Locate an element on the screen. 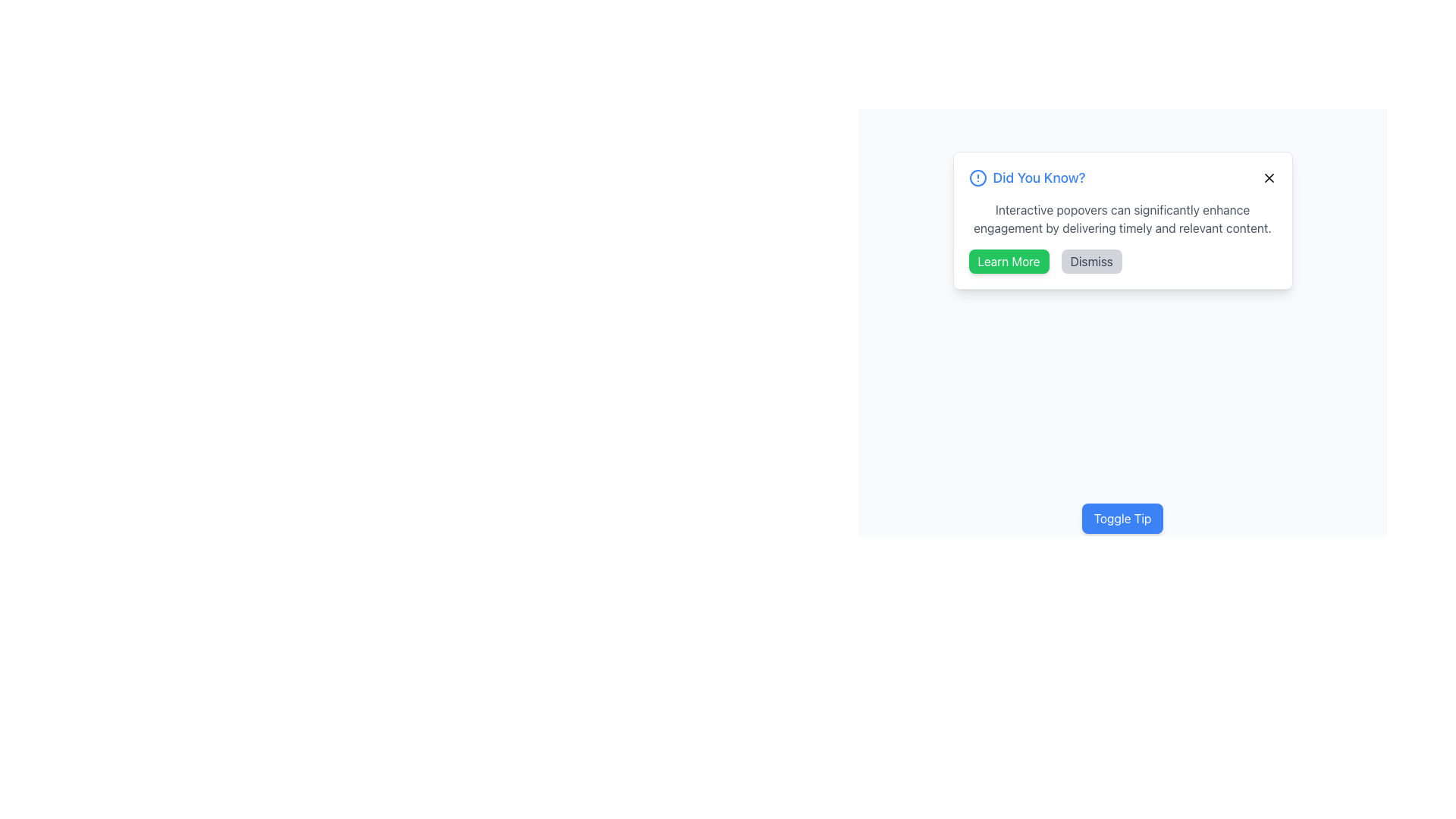 This screenshot has height=819, width=1456. the Text Display element that contains the message 'Interactive popovers can significantly enhance engagement by delivering timely and relevant content.' is located at coordinates (1122, 219).